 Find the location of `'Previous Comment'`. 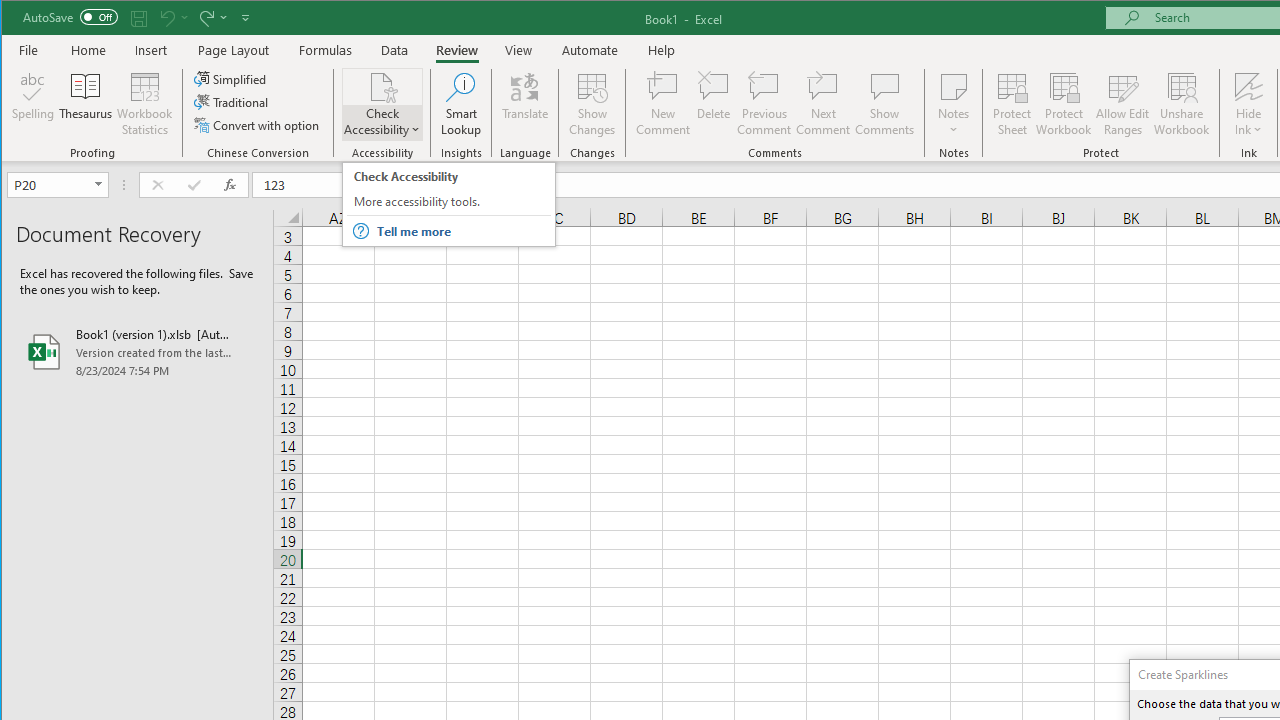

'Previous Comment' is located at coordinates (763, 104).